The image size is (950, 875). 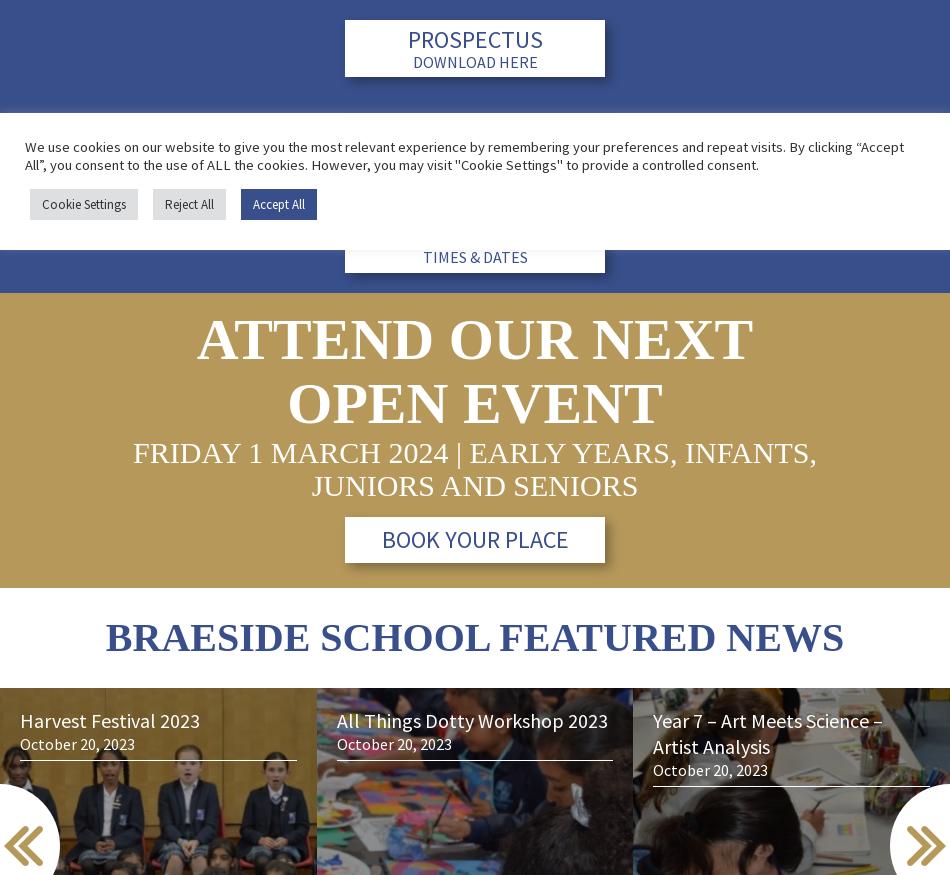 What do you see at coordinates (278, 204) in the screenshot?
I see `'Accept All'` at bounding box center [278, 204].